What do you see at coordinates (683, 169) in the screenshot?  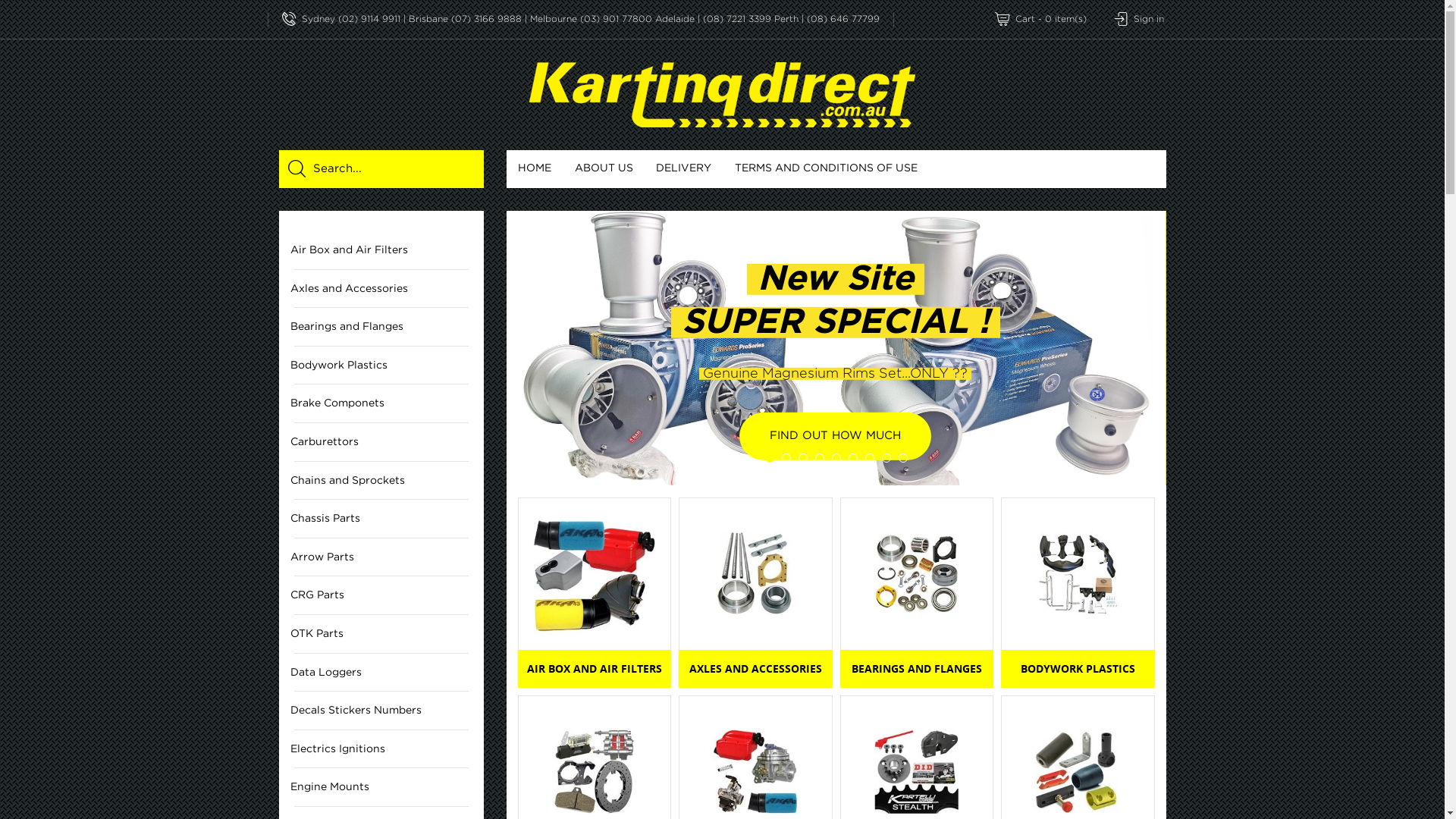 I see `'DELIVERY'` at bounding box center [683, 169].